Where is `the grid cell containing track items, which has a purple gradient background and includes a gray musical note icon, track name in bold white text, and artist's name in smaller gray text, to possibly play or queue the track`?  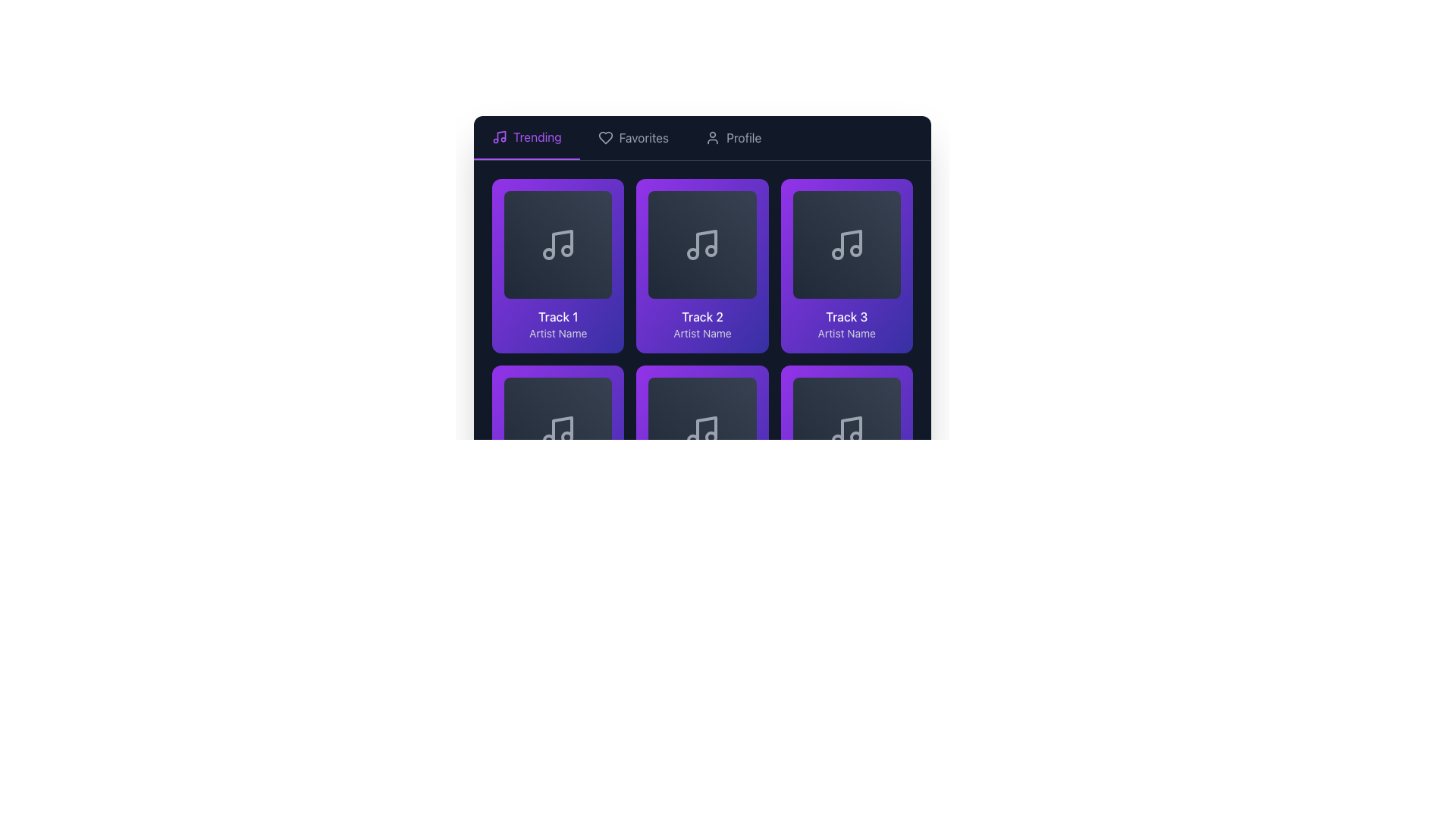
the grid cell containing track items, which has a purple gradient background and includes a gray musical note icon, track name in bold white text, and artist's name in smaller gray text, to possibly play or queue the track is located at coordinates (701, 359).